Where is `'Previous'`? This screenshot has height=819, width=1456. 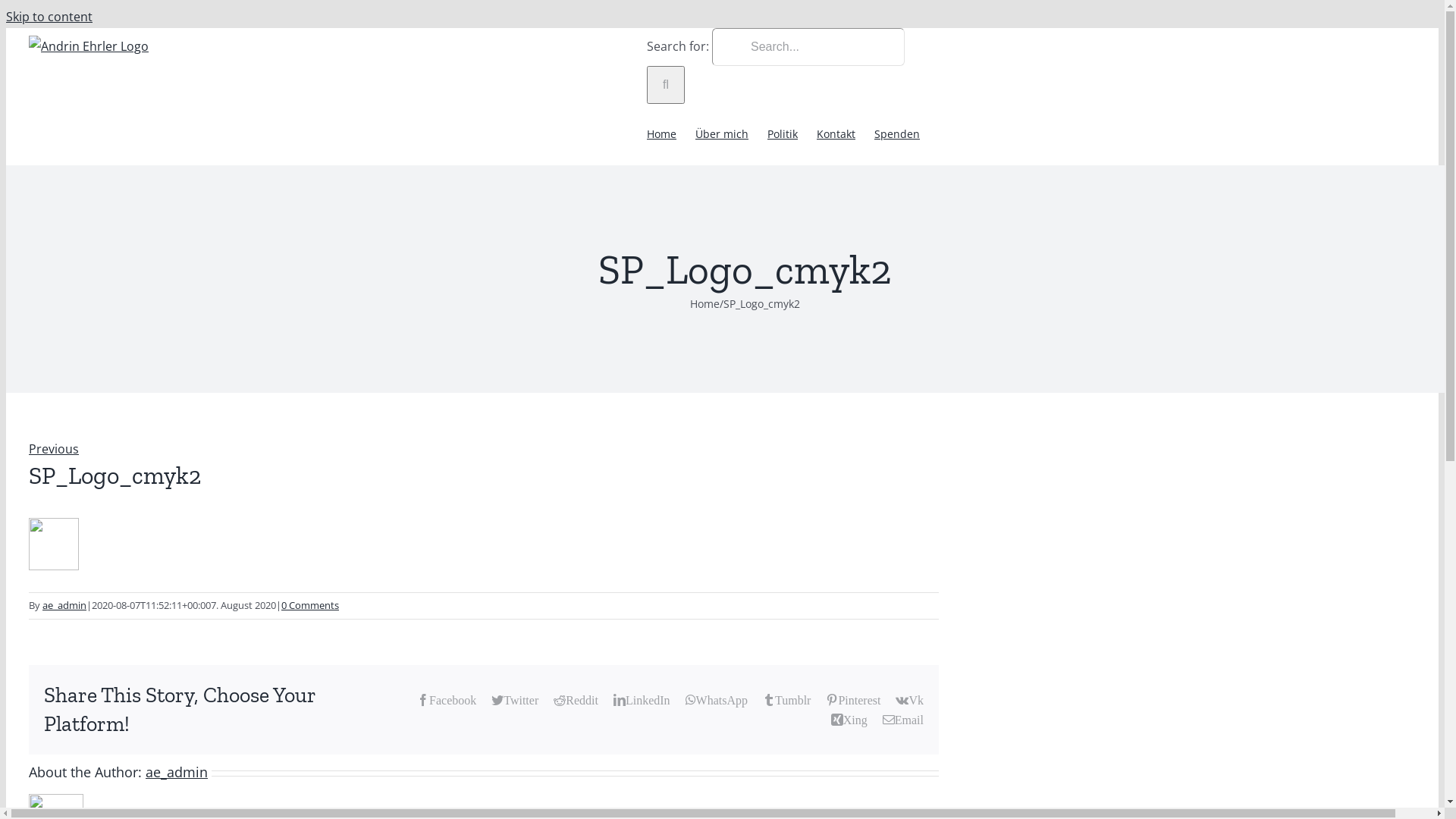
'Previous' is located at coordinates (54, 447).